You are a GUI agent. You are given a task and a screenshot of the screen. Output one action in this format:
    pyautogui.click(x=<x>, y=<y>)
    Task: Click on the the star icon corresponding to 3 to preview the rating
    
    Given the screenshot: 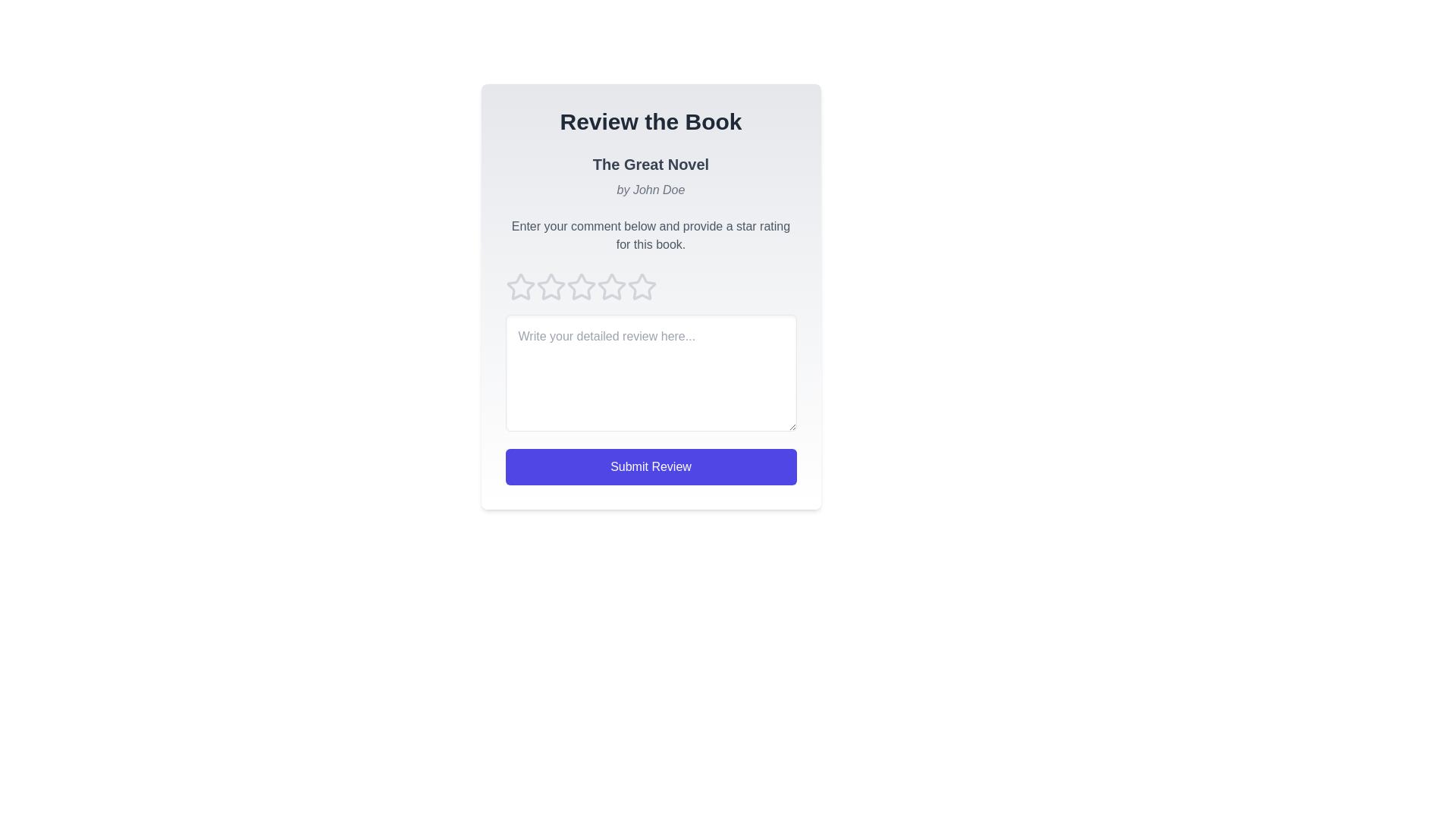 What is the action you would take?
    pyautogui.click(x=580, y=287)
    